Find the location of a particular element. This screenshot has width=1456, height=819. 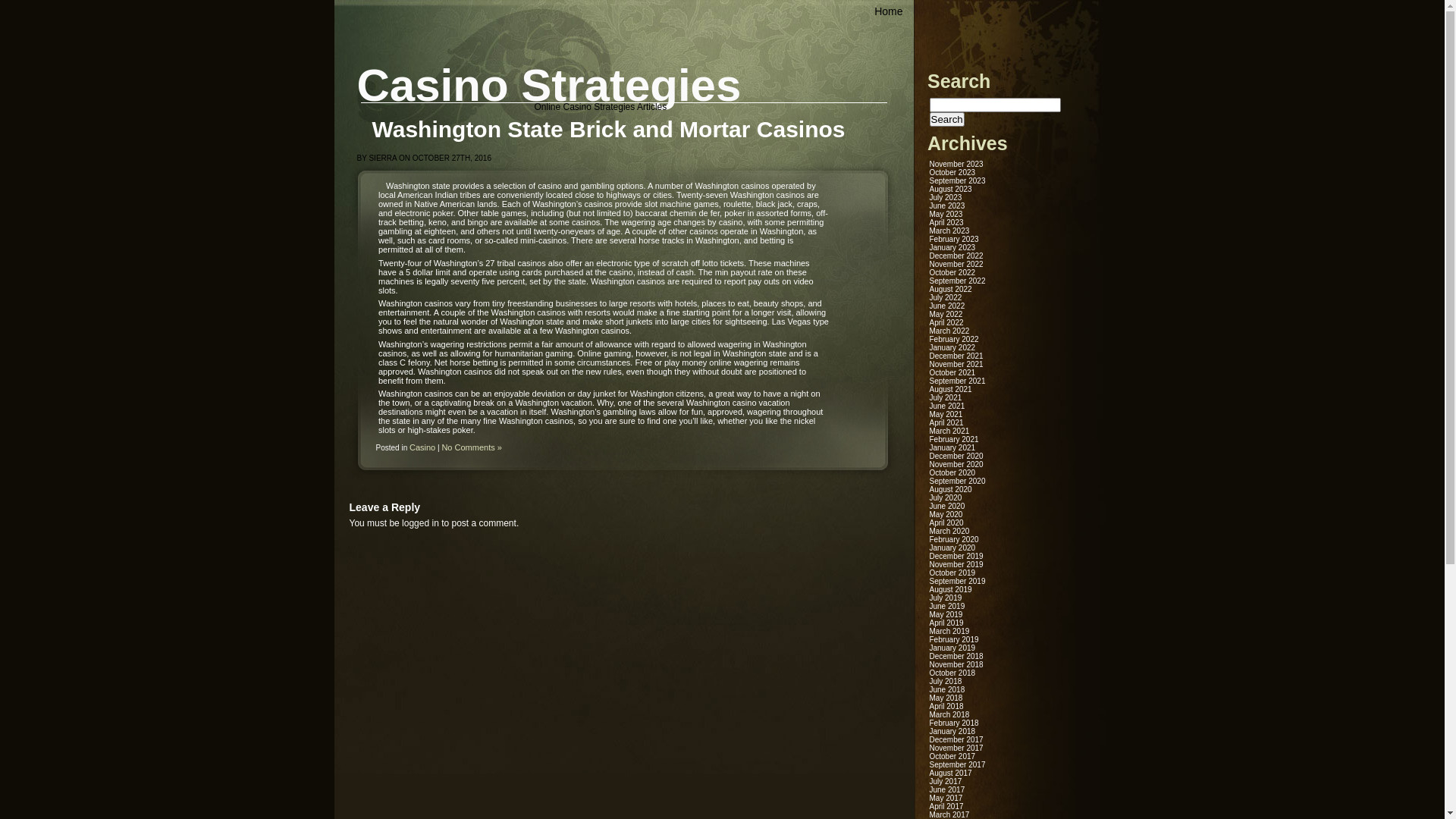

'June 2021' is located at coordinates (928, 405).